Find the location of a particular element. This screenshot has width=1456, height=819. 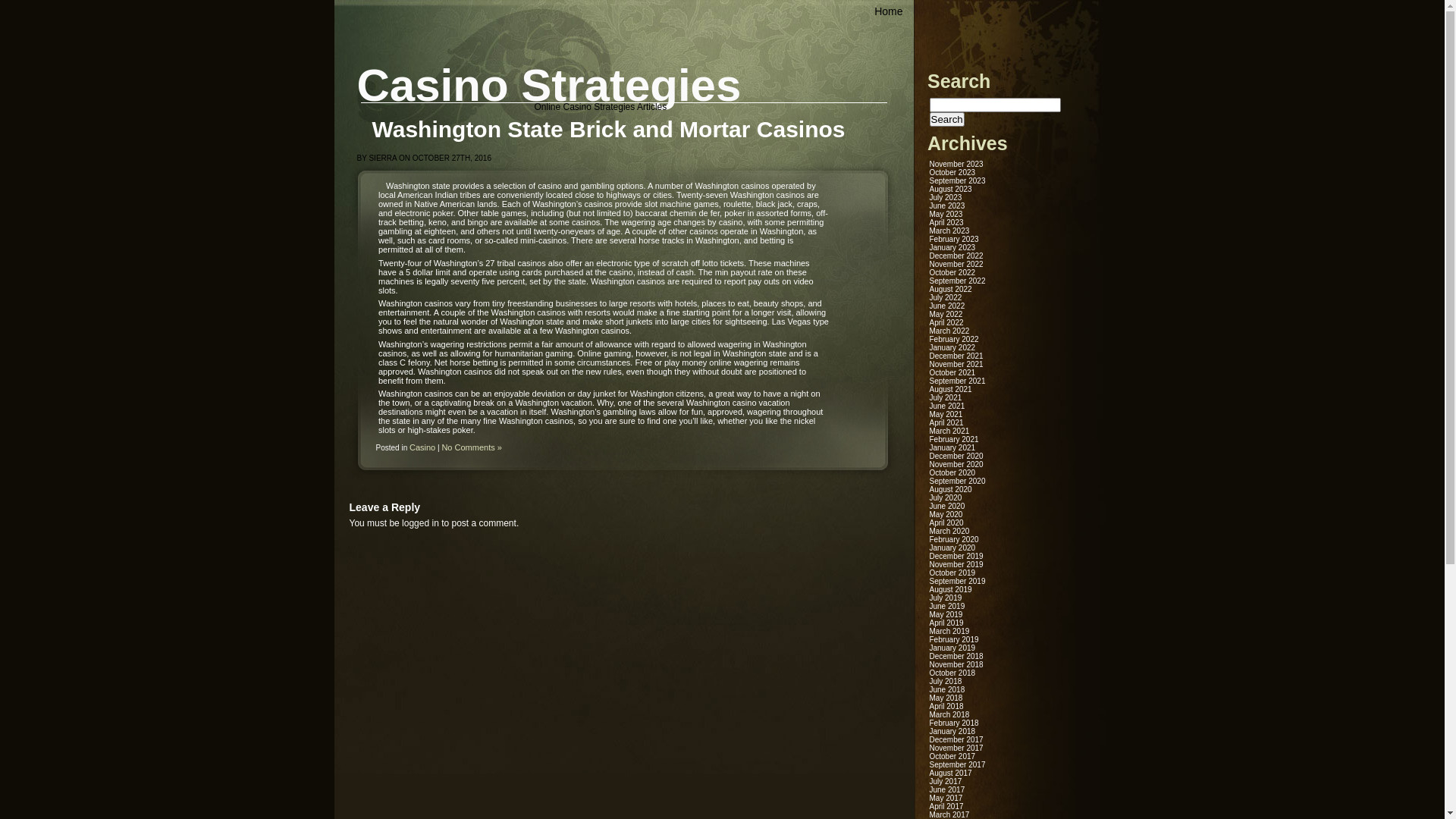

'June 2021' is located at coordinates (928, 405).